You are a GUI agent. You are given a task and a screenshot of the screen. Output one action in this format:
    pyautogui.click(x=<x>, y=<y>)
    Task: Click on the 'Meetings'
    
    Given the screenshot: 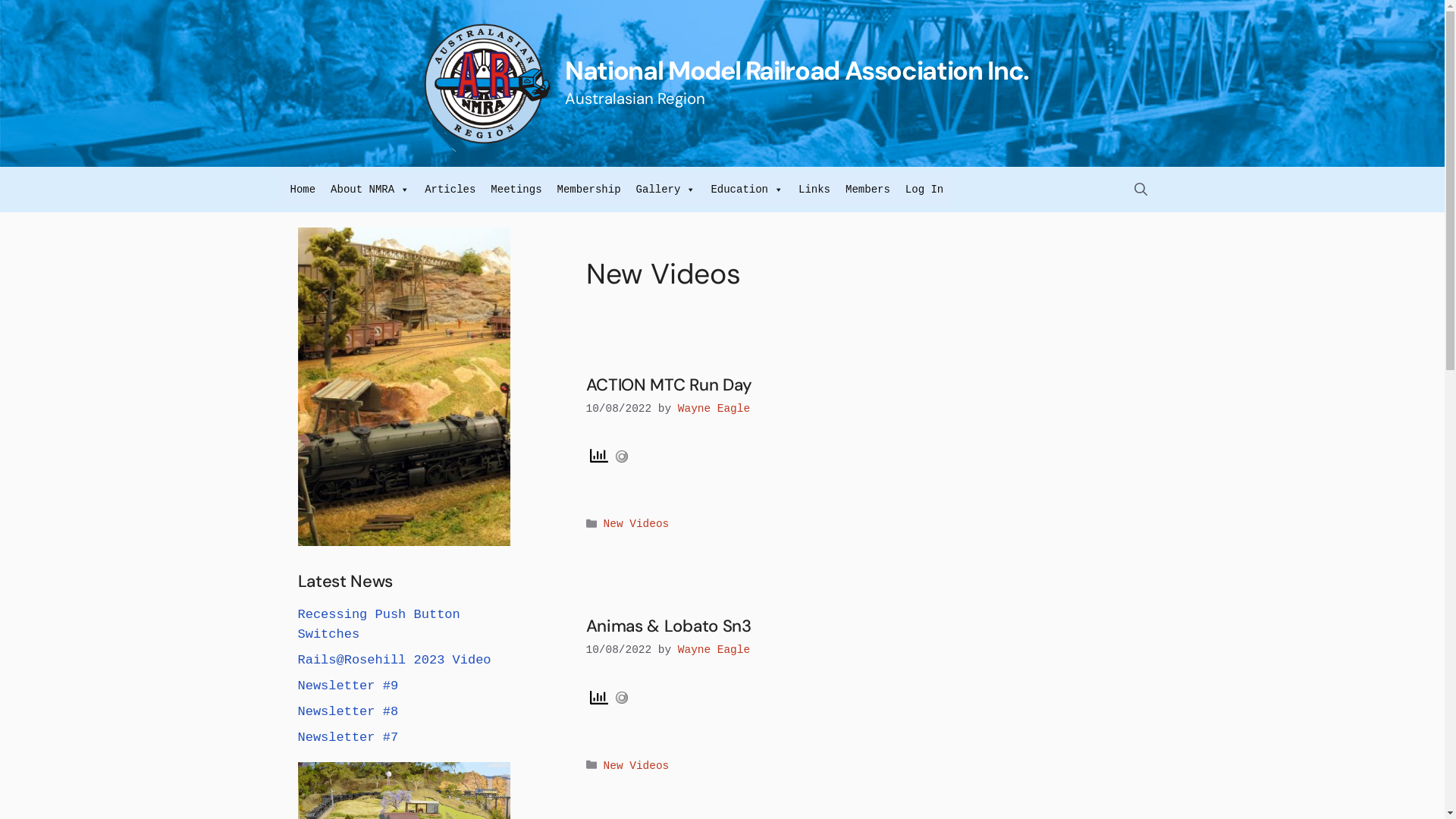 What is the action you would take?
    pyautogui.click(x=516, y=189)
    